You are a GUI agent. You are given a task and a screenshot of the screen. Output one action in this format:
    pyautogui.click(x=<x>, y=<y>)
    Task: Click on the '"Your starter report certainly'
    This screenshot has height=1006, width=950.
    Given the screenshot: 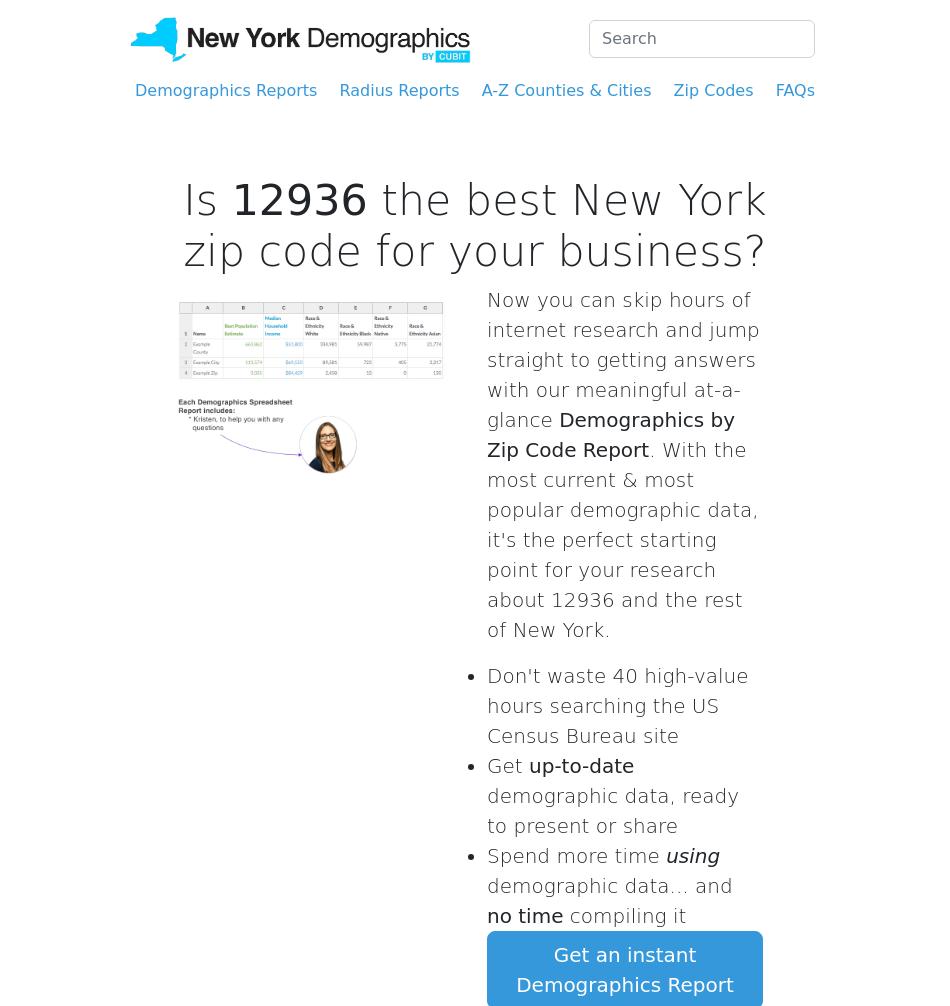 What is the action you would take?
    pyautogui.click(x=630, y=340)
    